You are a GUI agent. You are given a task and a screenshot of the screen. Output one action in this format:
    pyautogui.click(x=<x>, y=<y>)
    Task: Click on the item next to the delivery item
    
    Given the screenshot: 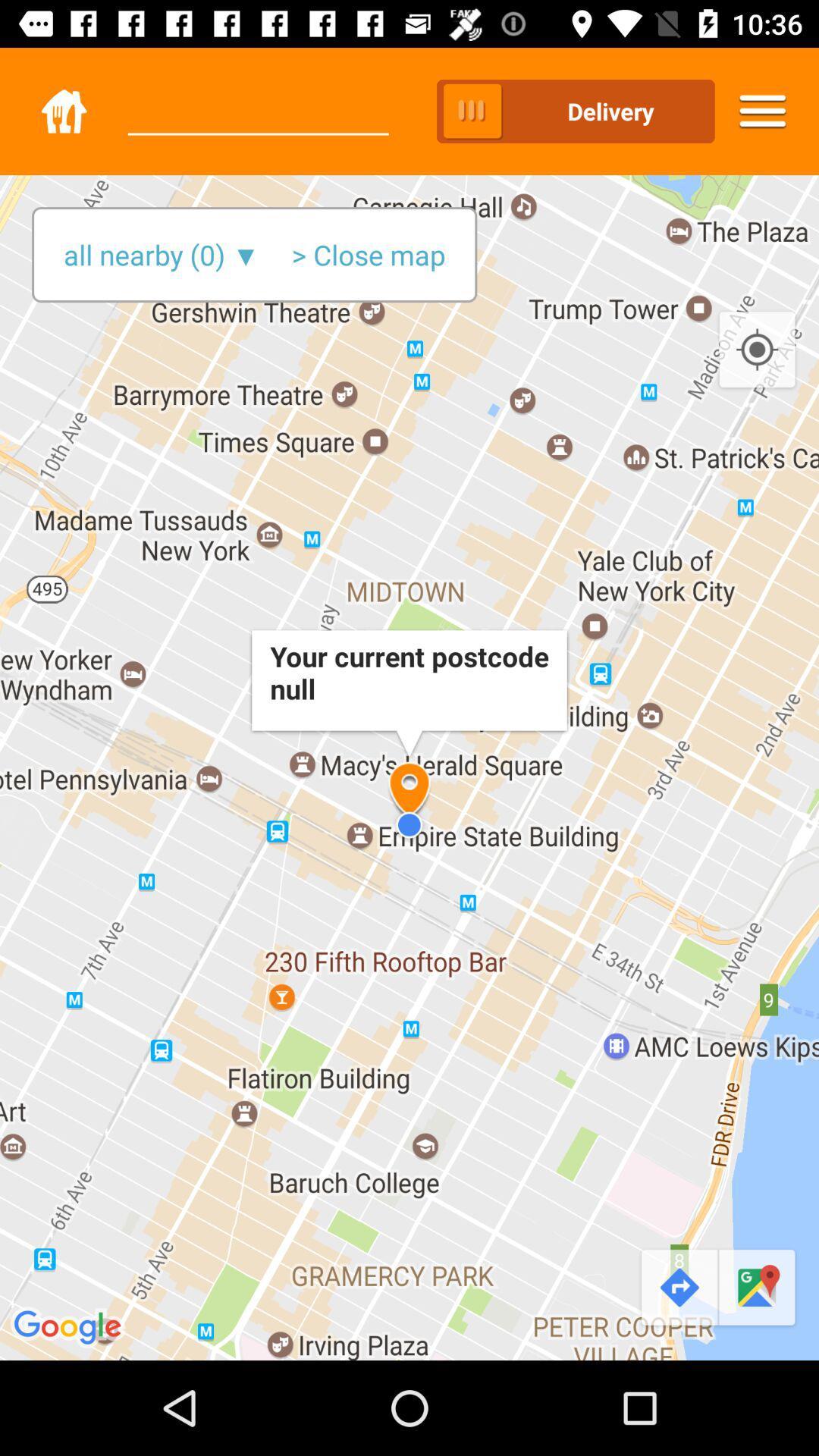 What is the action you would take?
    pyautogui.click(x=762, y=111)
    